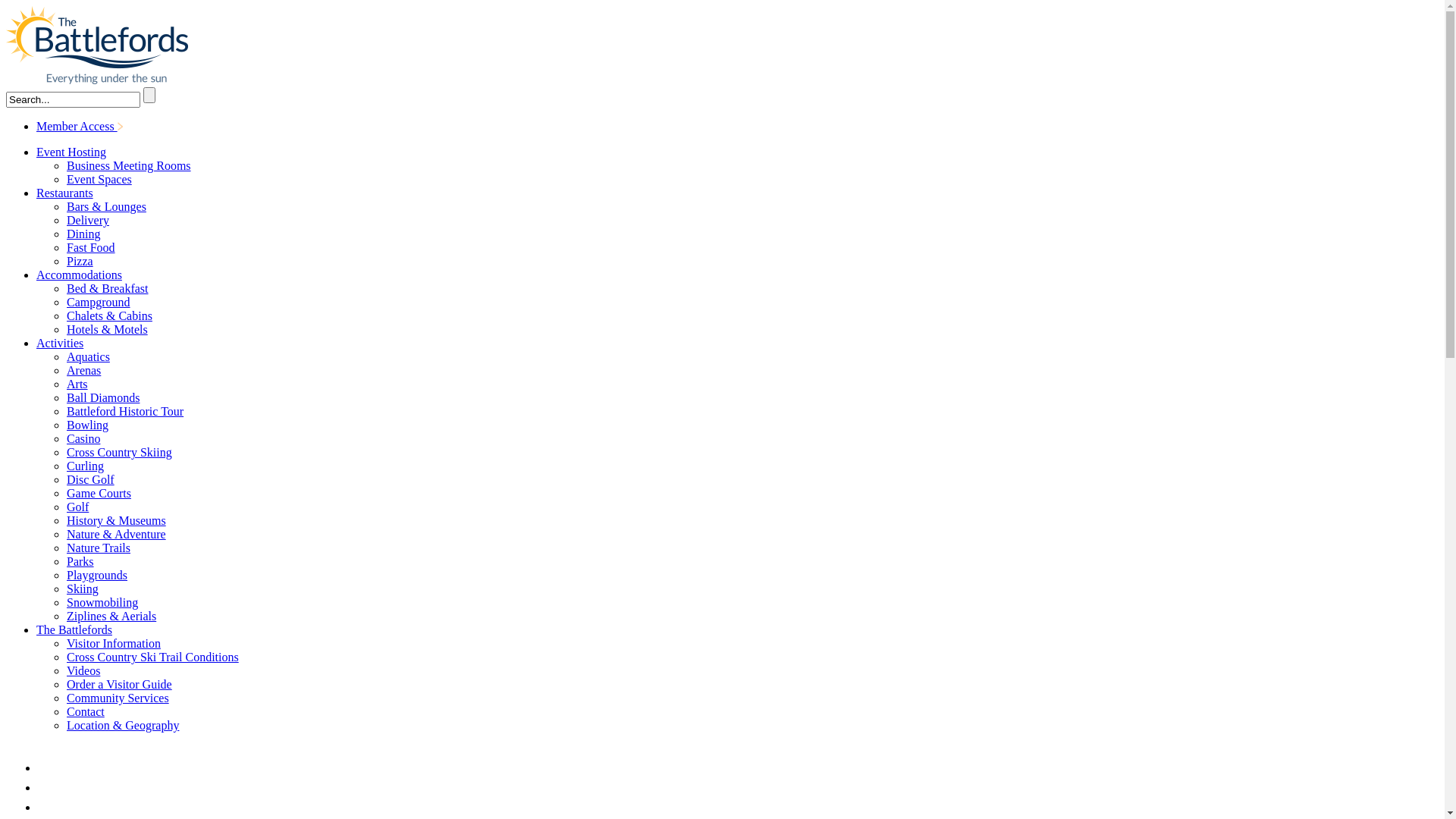 The height and width of the screenshot is (819, 1456). What do you see at coordinates (71, 152) in the screenshot?
I see `'Event Hosting'` at bounding box center [71, 152].